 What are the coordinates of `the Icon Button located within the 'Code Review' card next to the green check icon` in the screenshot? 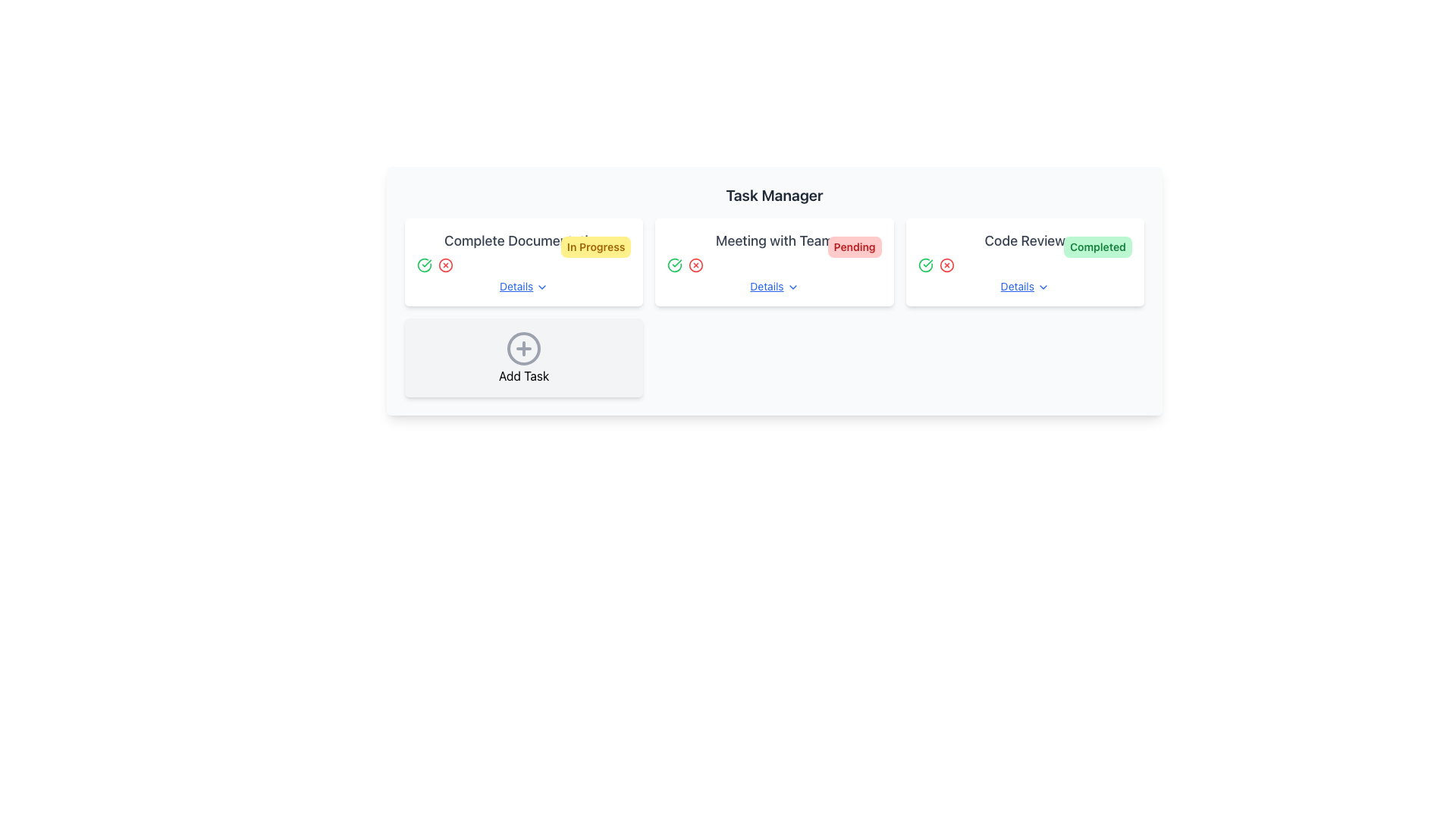 It's located at (946, 265).